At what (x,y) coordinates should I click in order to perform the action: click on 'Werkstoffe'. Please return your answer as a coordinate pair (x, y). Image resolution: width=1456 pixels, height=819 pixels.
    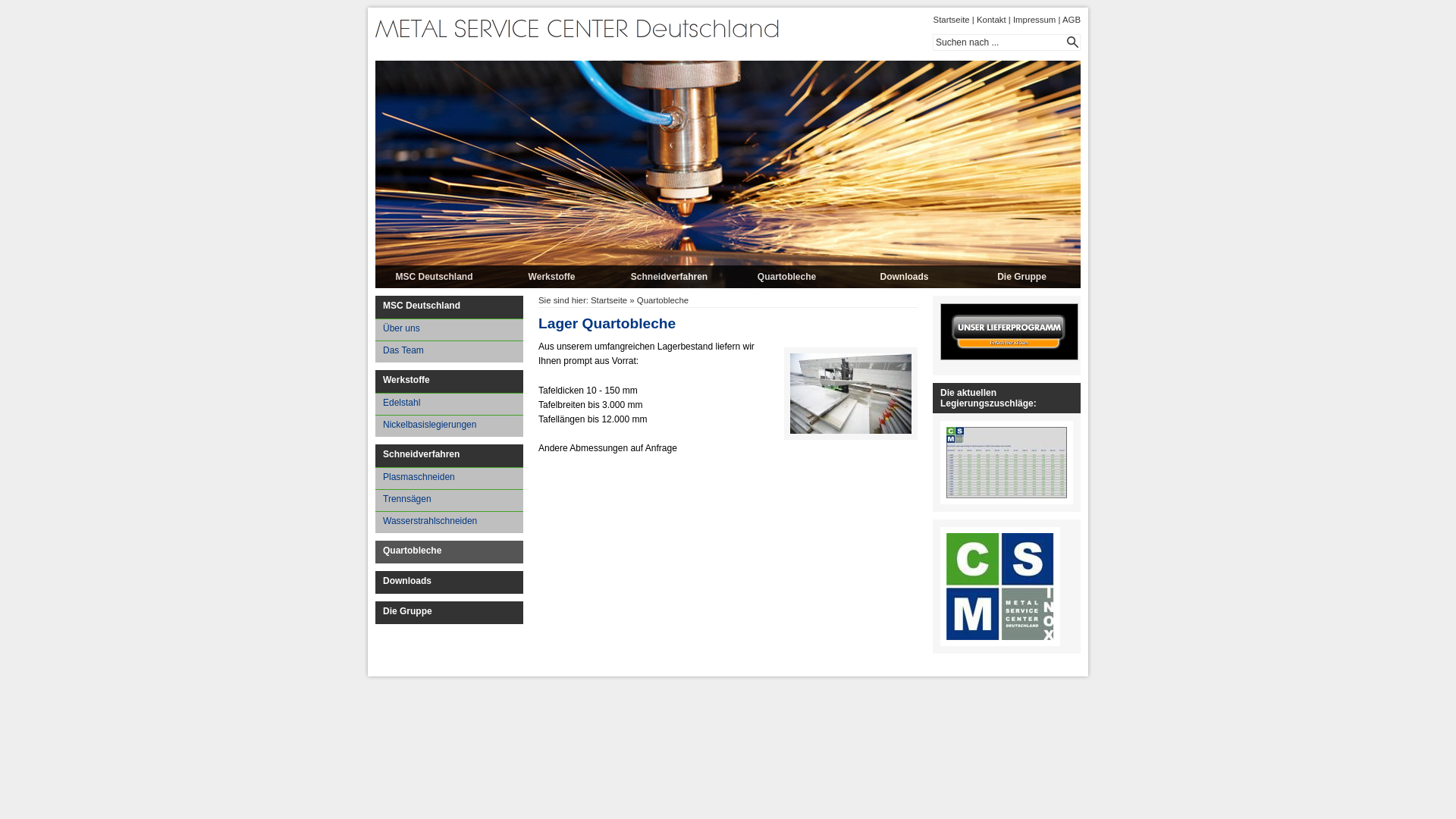
    Looking at the image, I should click on (492, 277).